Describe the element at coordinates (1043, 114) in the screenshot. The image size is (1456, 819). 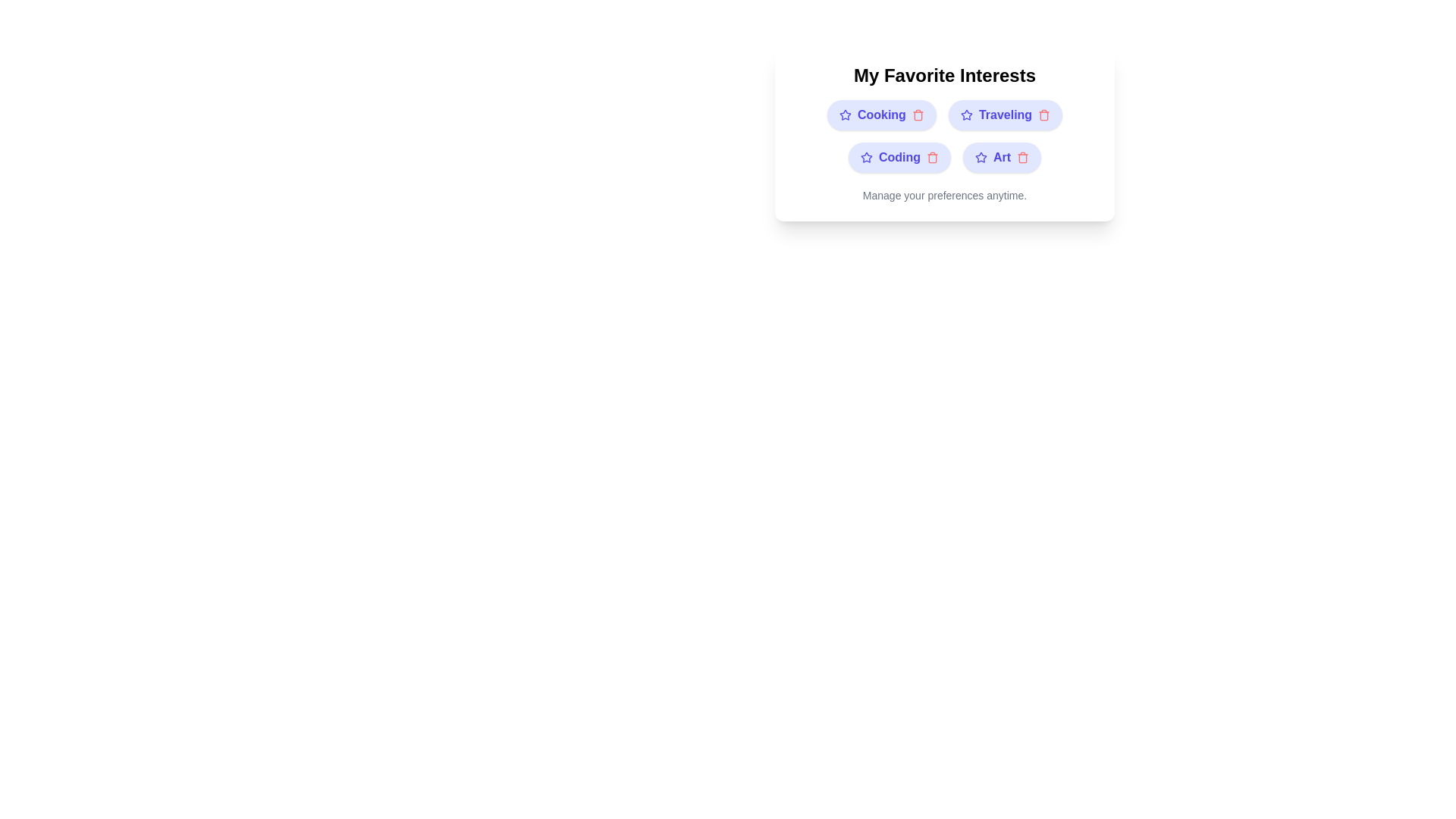
I see `delete button next to the interest Traveling to remove it` at that location.